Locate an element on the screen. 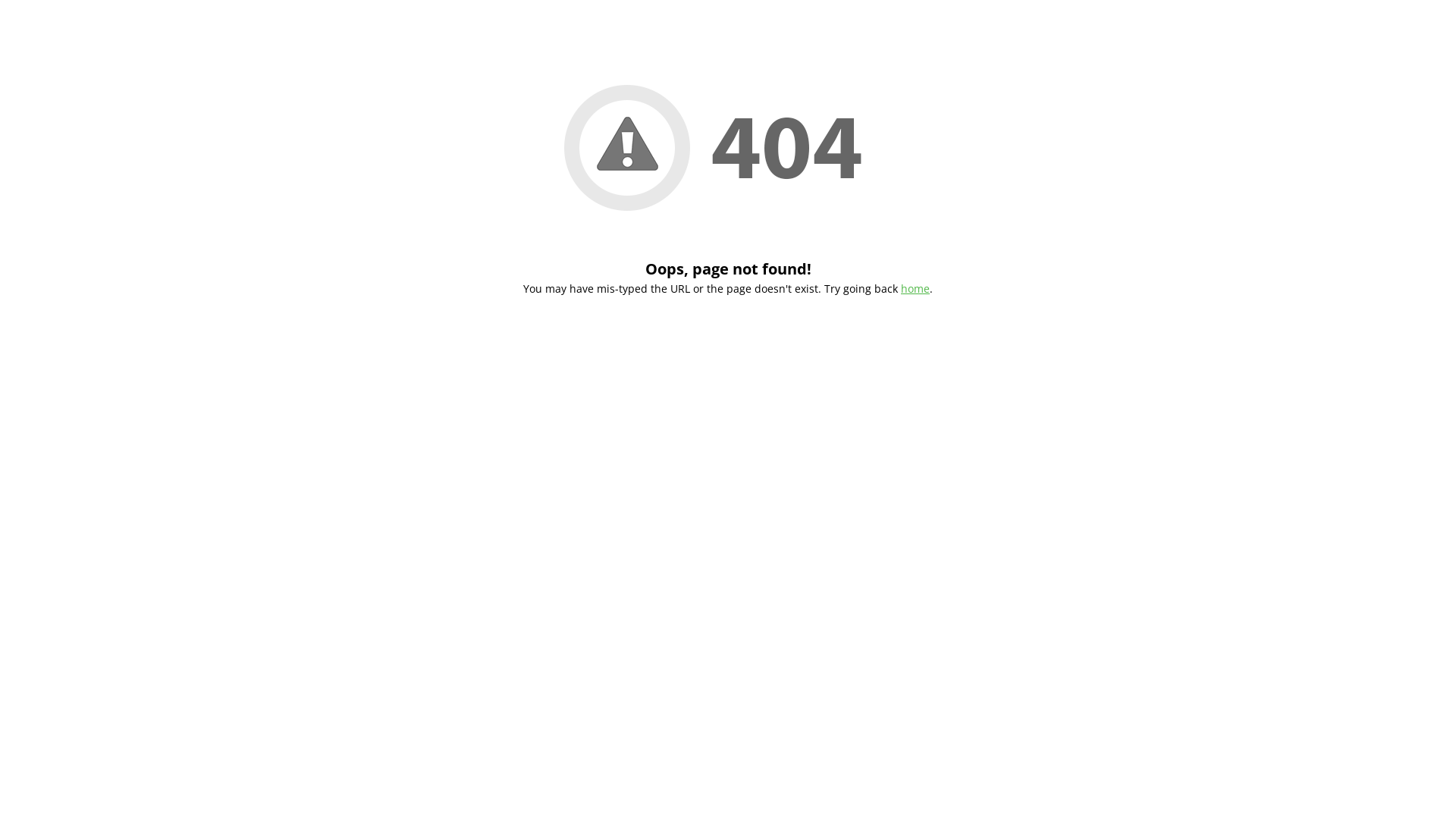 The width and height of the screenshot is (1456, 819). 'home' is located at coordinates (914, 288).